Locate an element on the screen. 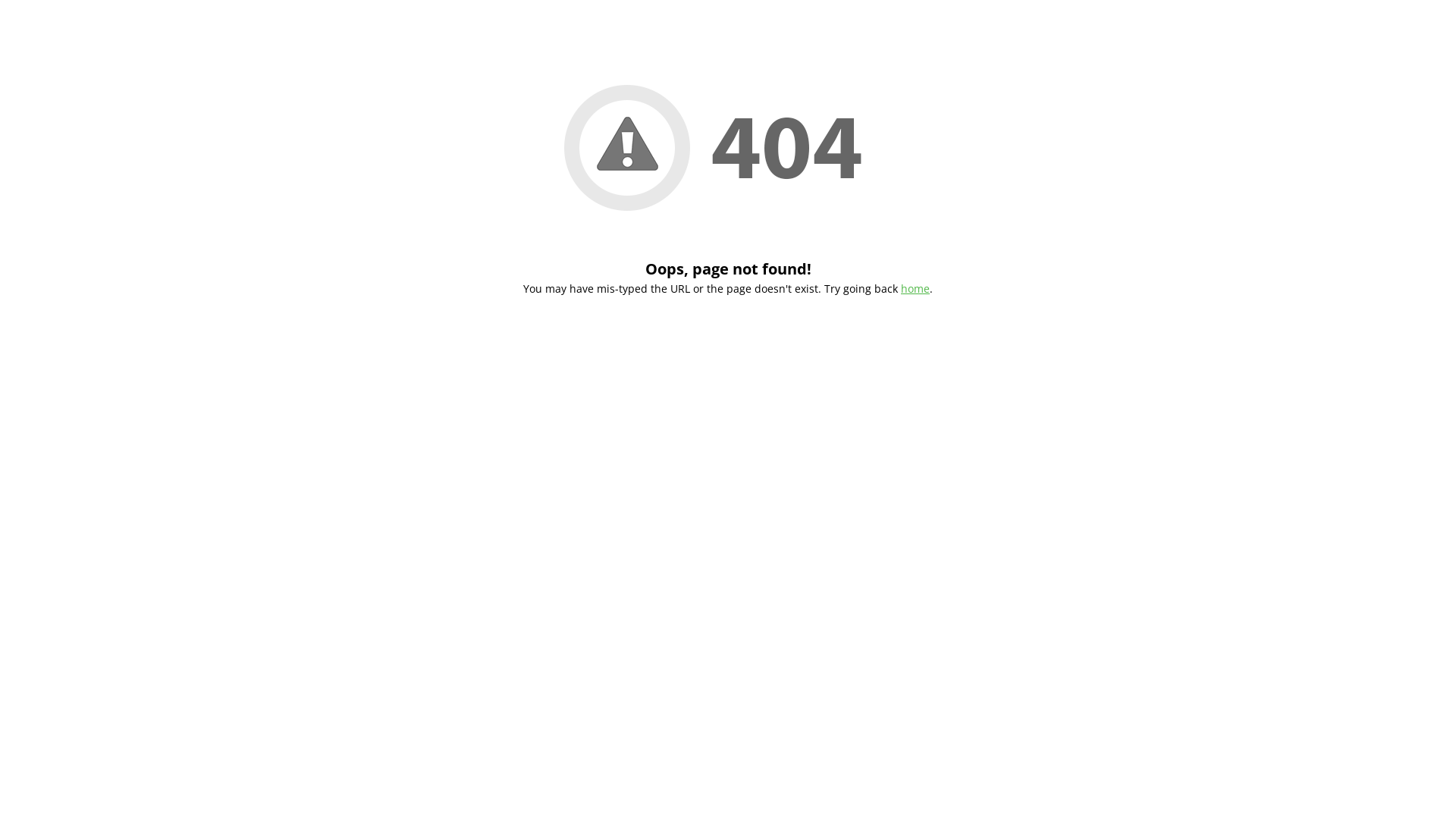 The width and height of the screenshot is (1456, 819). 'home' is located at coordinates (914, 288).